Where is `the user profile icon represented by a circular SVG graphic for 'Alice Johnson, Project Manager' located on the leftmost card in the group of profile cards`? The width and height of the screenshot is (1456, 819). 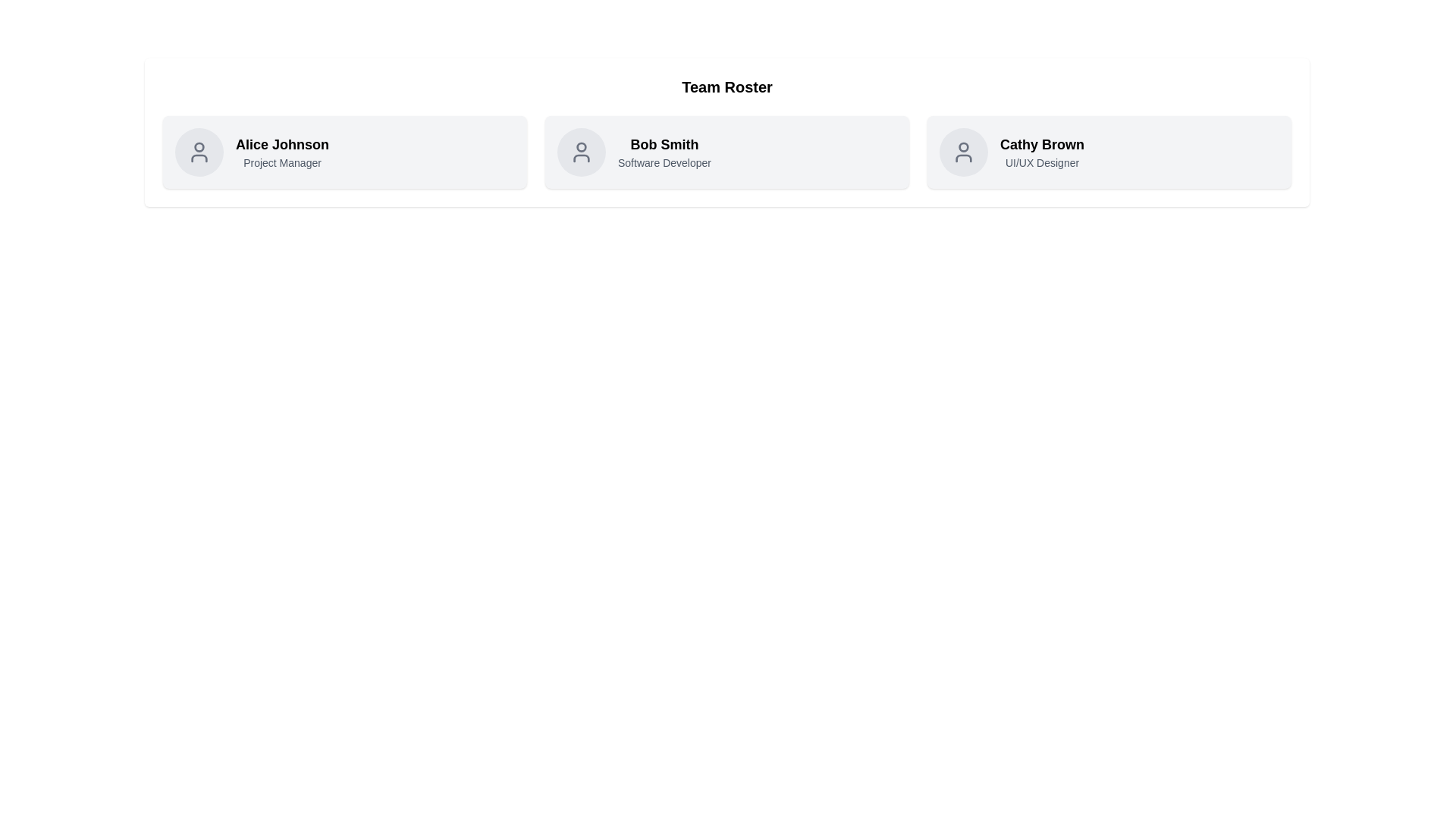 the user profile icon represented by a circular SVG graphic for 'Alice Johnson, Project Manager' located on the leftmost card in the group of profile cards is located at coordinates (199, 152).